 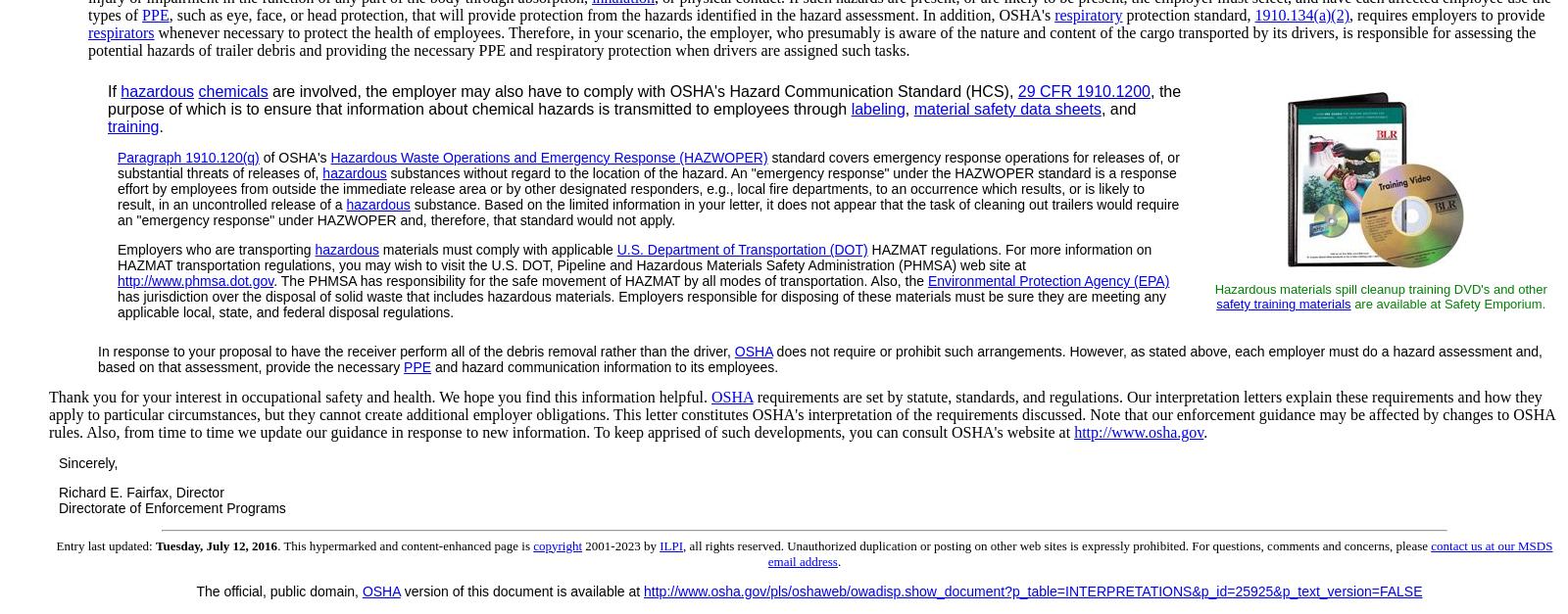 What do you see at coordinates (1187, 14) in the screenshot?
I see `'protection standard,'` at bounding box center [1187, 14].